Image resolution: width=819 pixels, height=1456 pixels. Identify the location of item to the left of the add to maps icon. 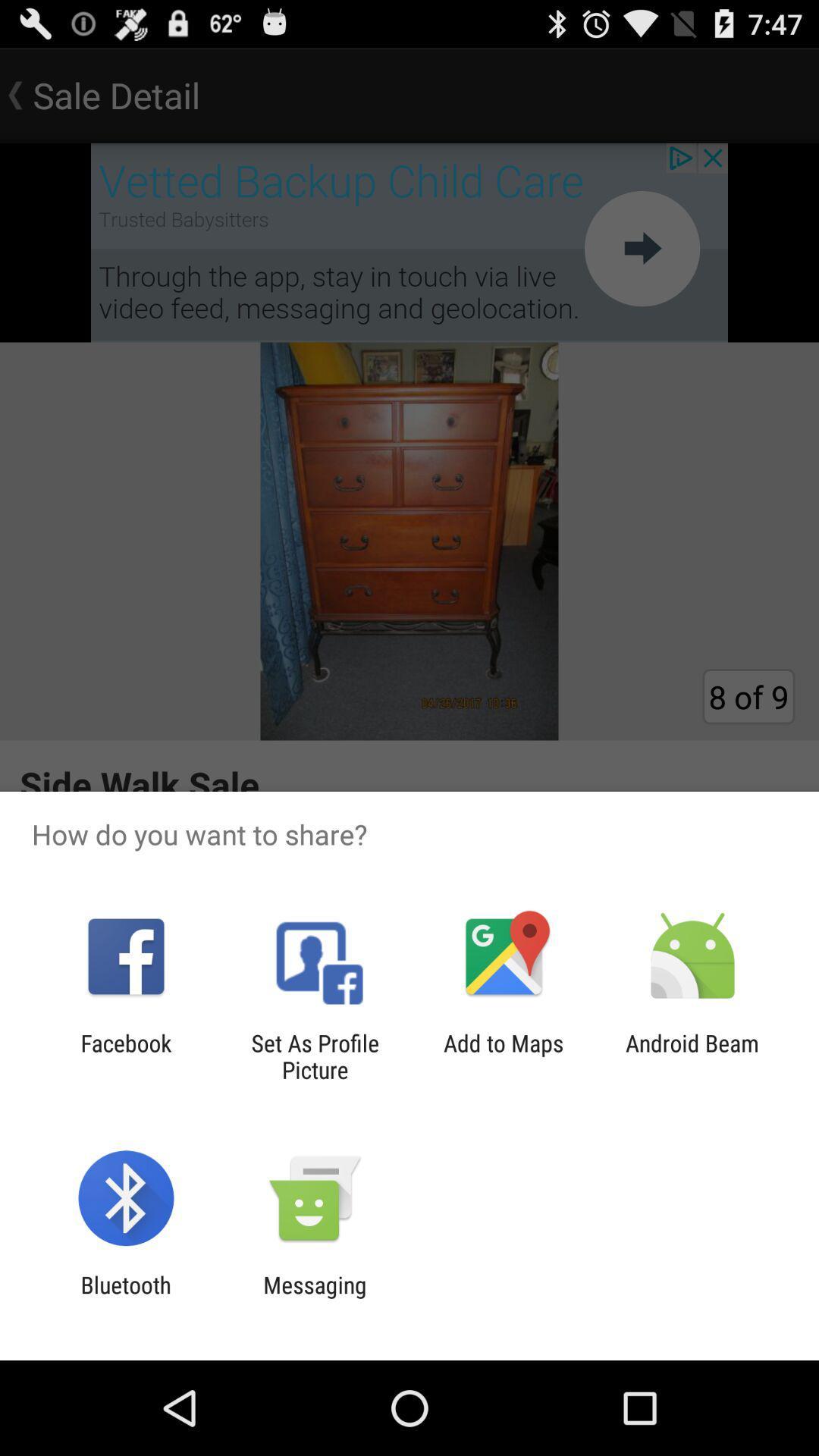
(314, 1056).